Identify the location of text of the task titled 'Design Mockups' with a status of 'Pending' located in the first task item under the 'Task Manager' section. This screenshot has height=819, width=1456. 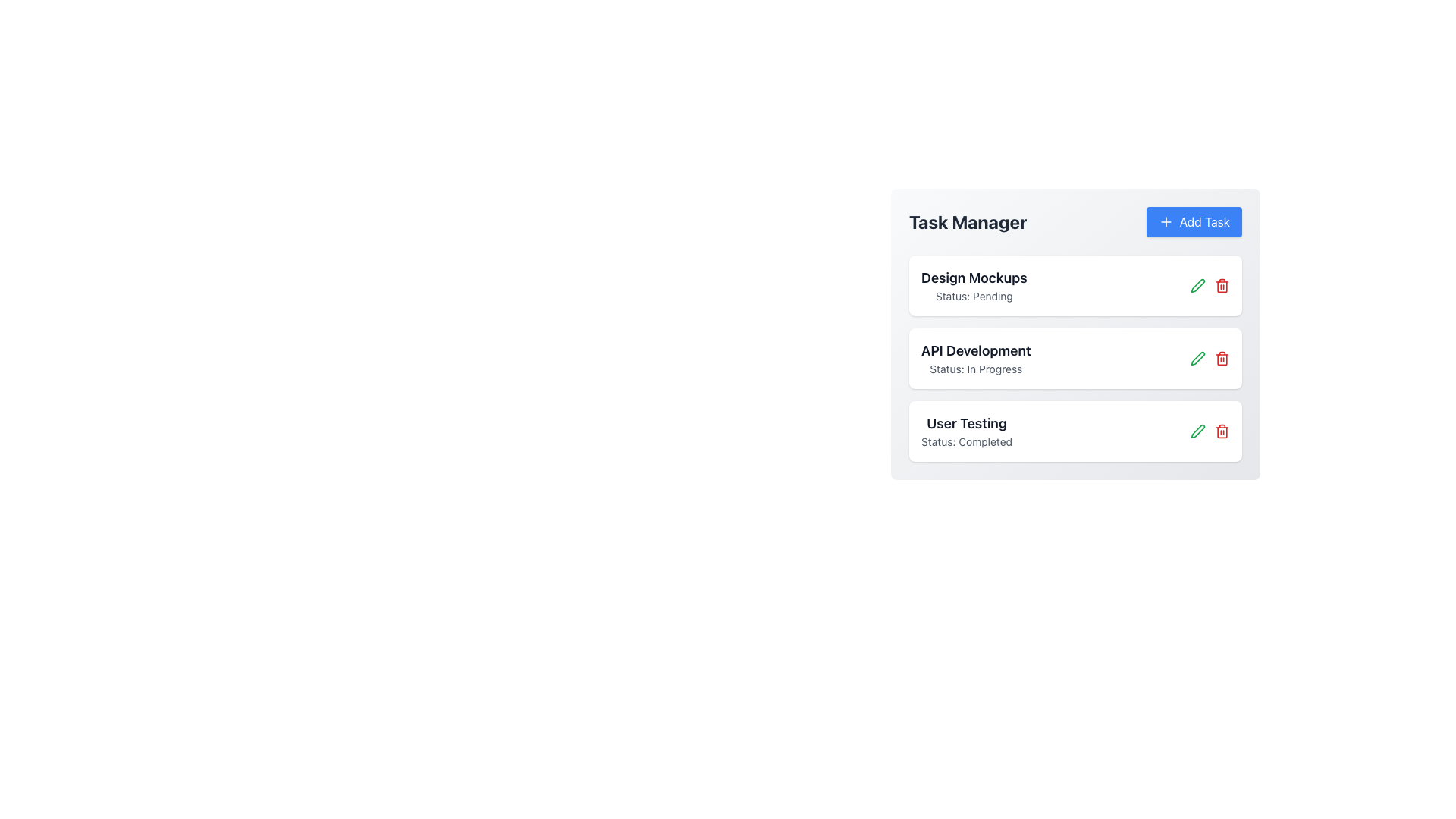
(974, 286).